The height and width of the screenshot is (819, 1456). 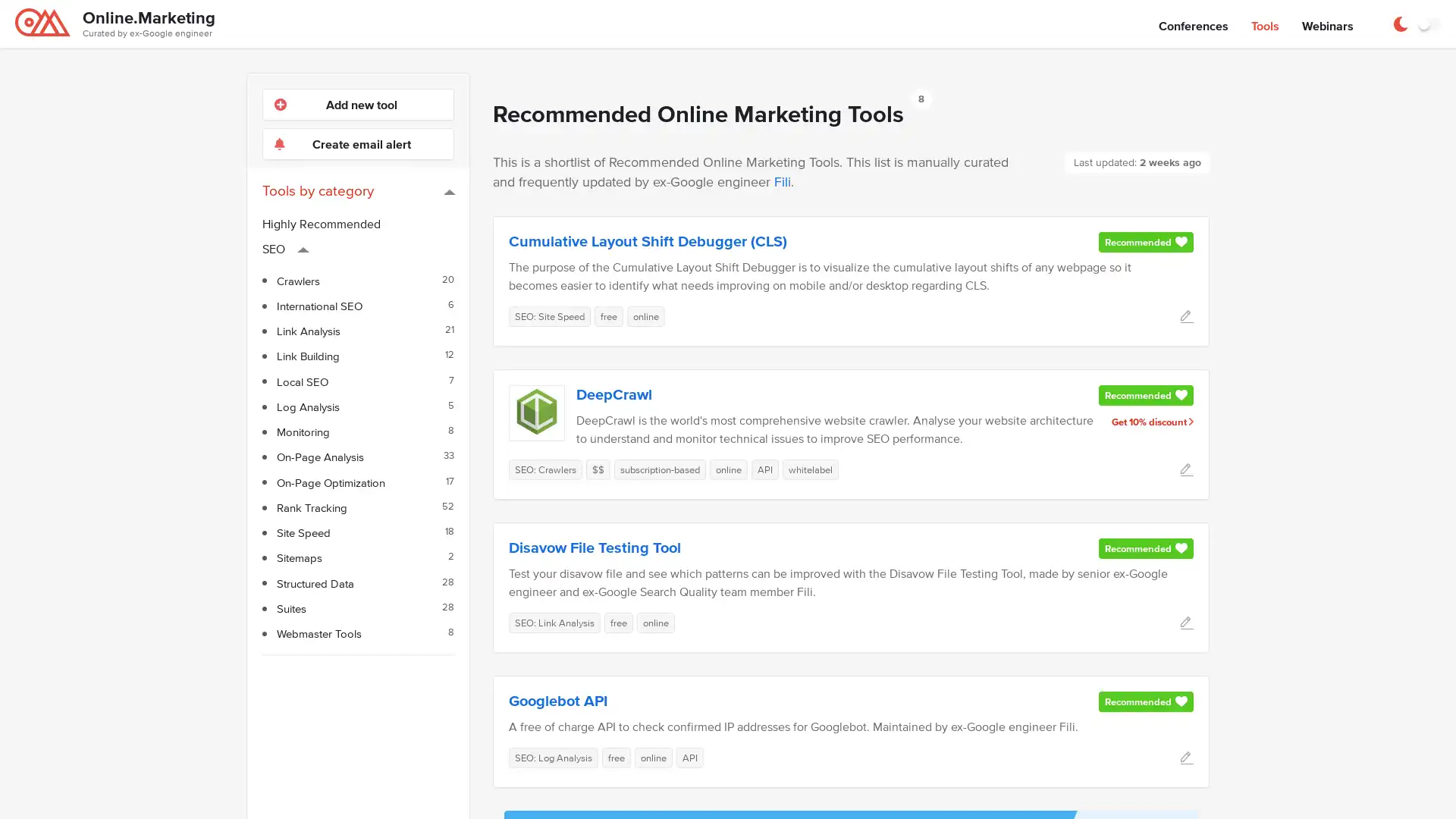 What do you see at coordinates (654, 757) in the screenshot?
I see `online` at bounding box center [654, 757].